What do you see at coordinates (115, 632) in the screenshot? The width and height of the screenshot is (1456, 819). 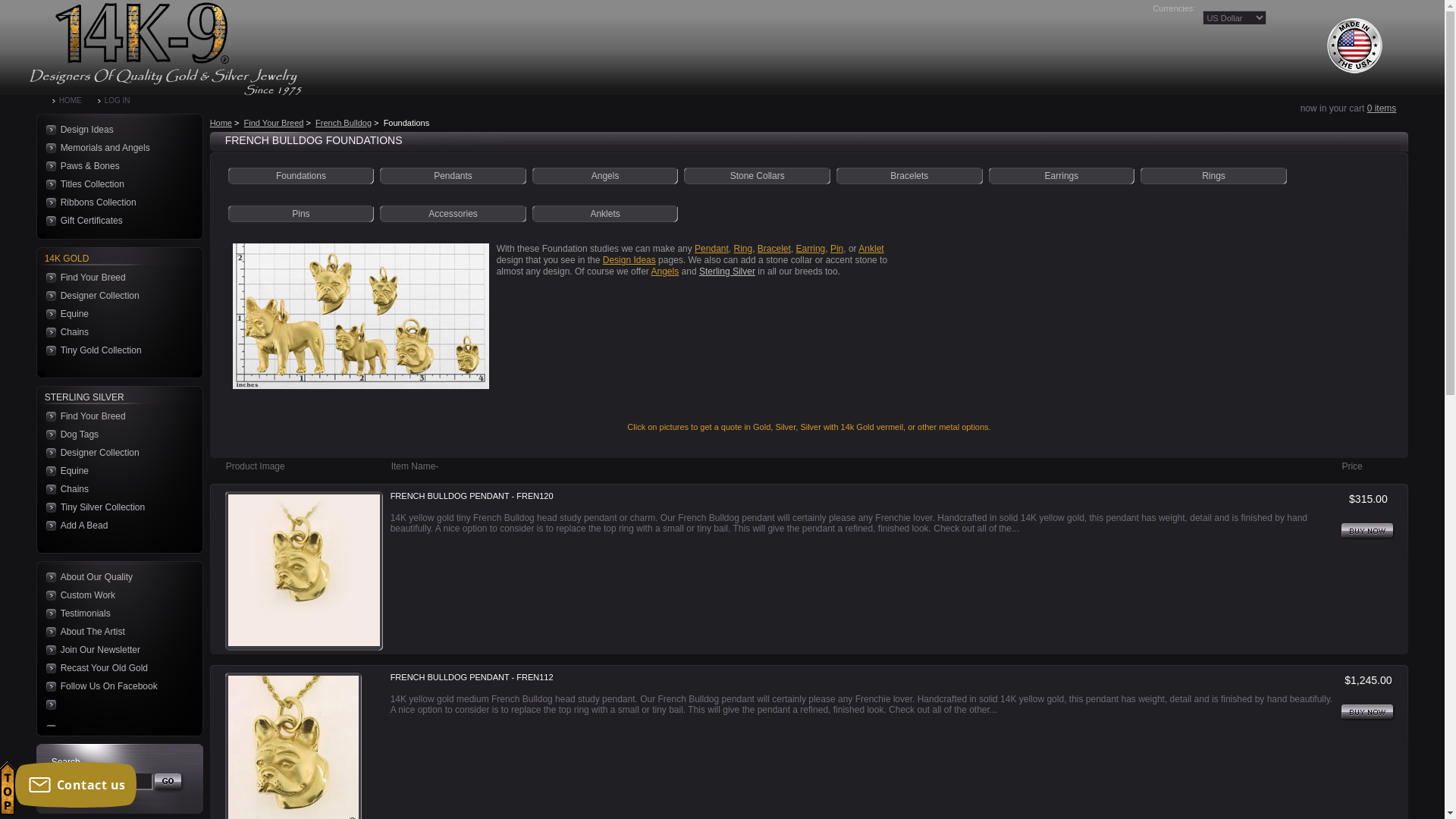 I see `'About The Artist'` at bounding box center [115, 632].